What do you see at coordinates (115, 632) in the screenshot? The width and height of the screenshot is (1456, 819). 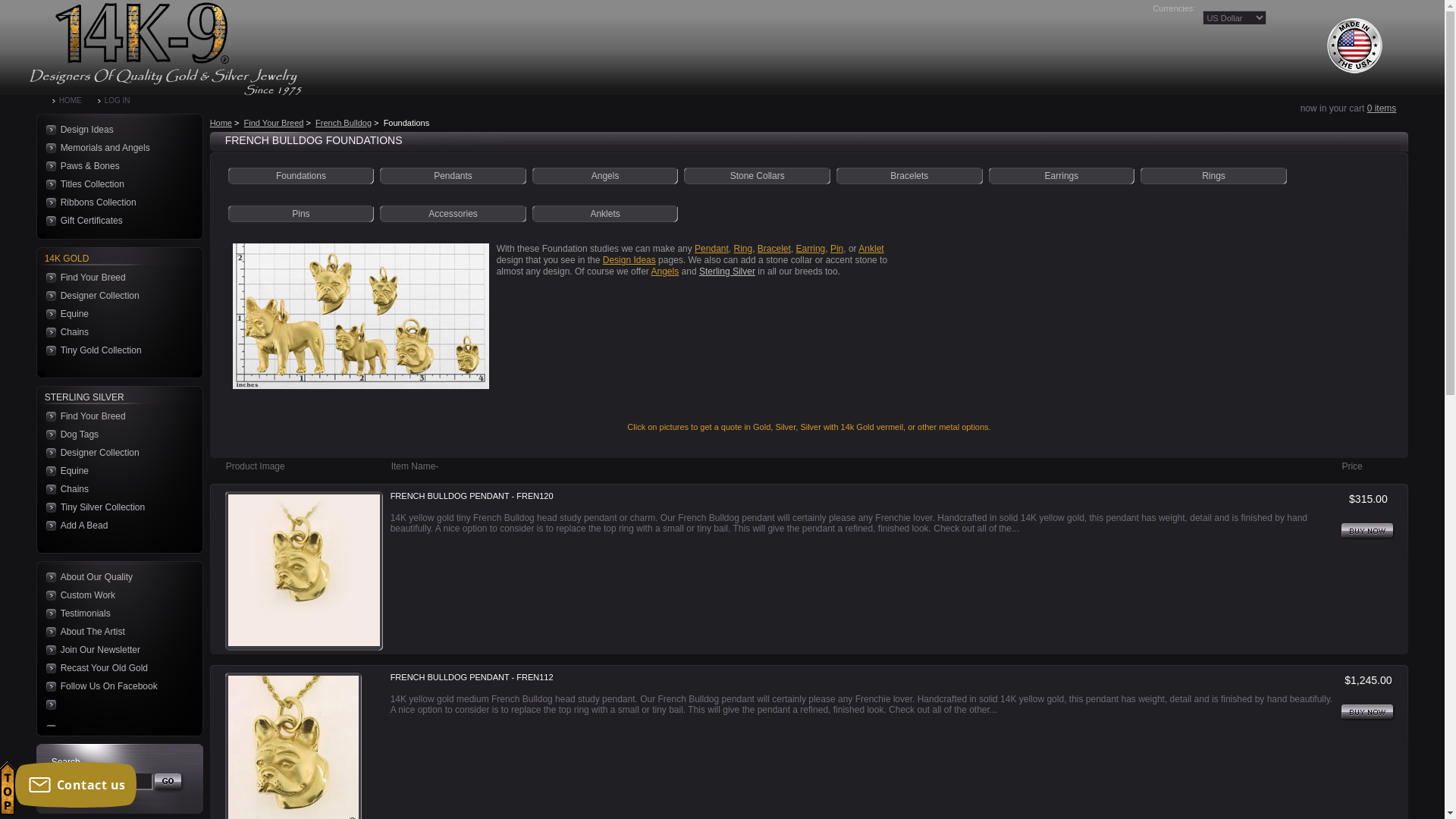 I see `'About The Artist'` at bounding box center [115, 632].